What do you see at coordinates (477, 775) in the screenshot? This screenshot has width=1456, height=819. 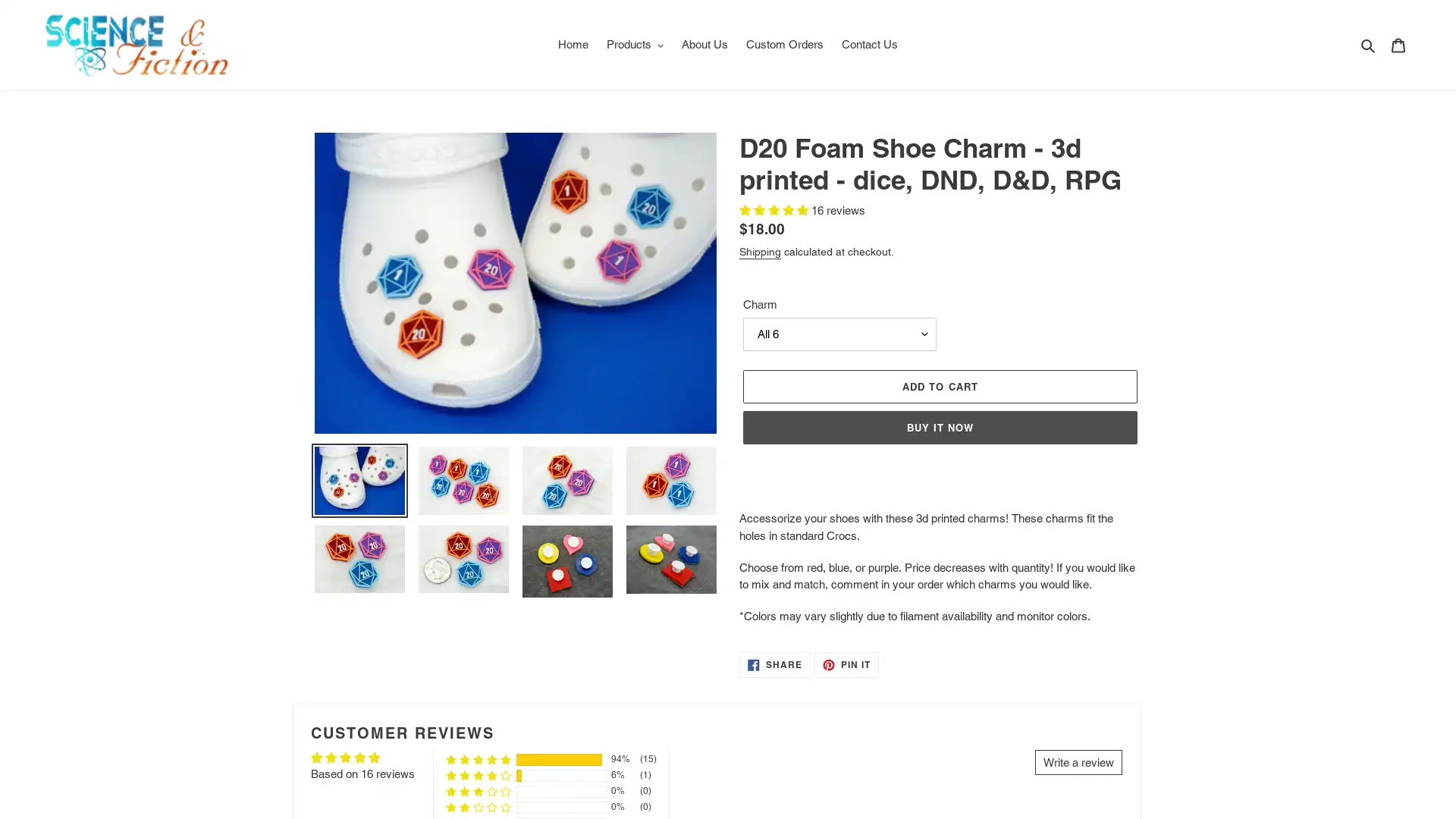 I see `6% (1) reviews with 4 star rating` at bounding box center [477, 775].